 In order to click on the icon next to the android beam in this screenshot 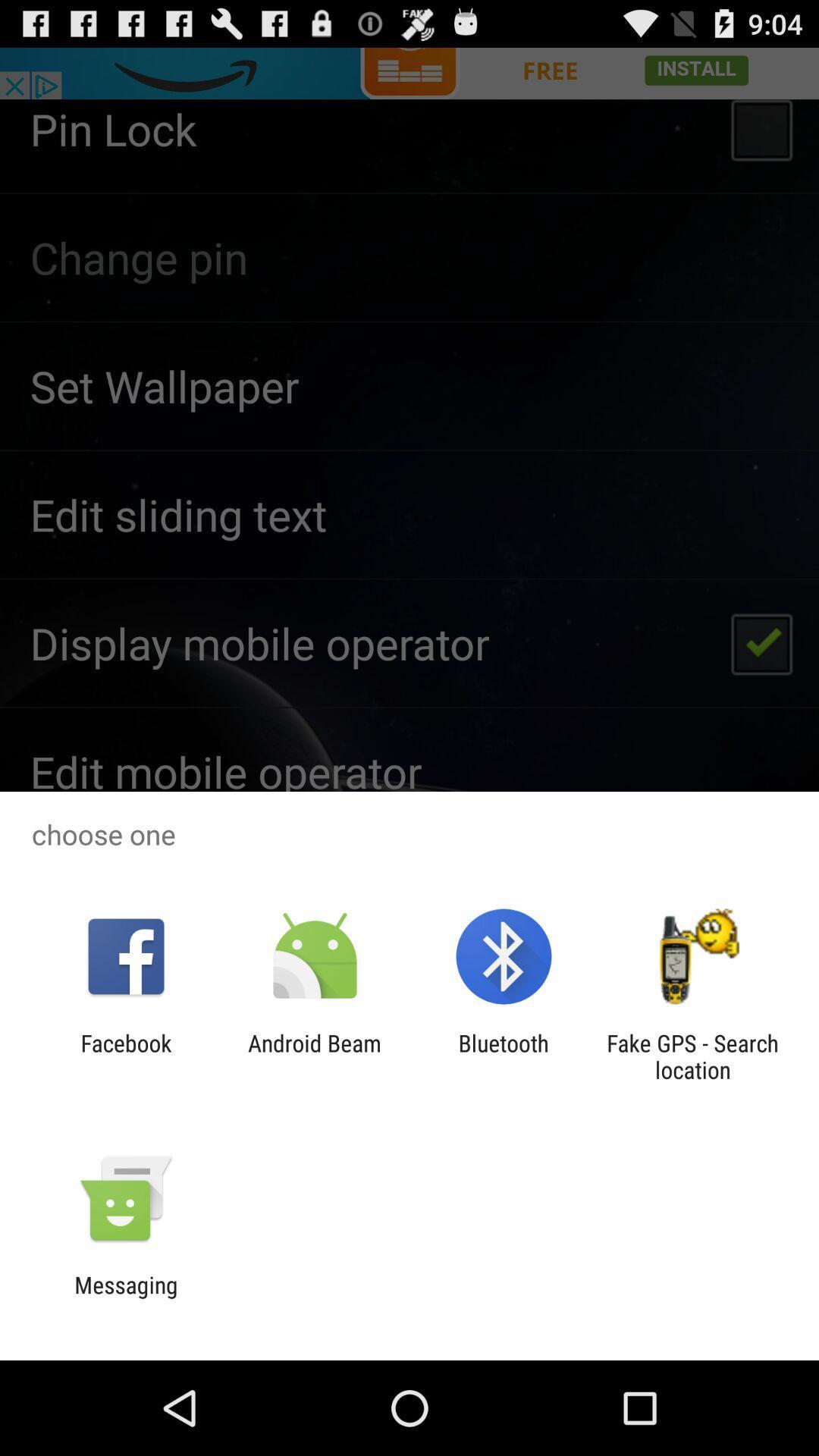, I will do `click(125, 1056)`.